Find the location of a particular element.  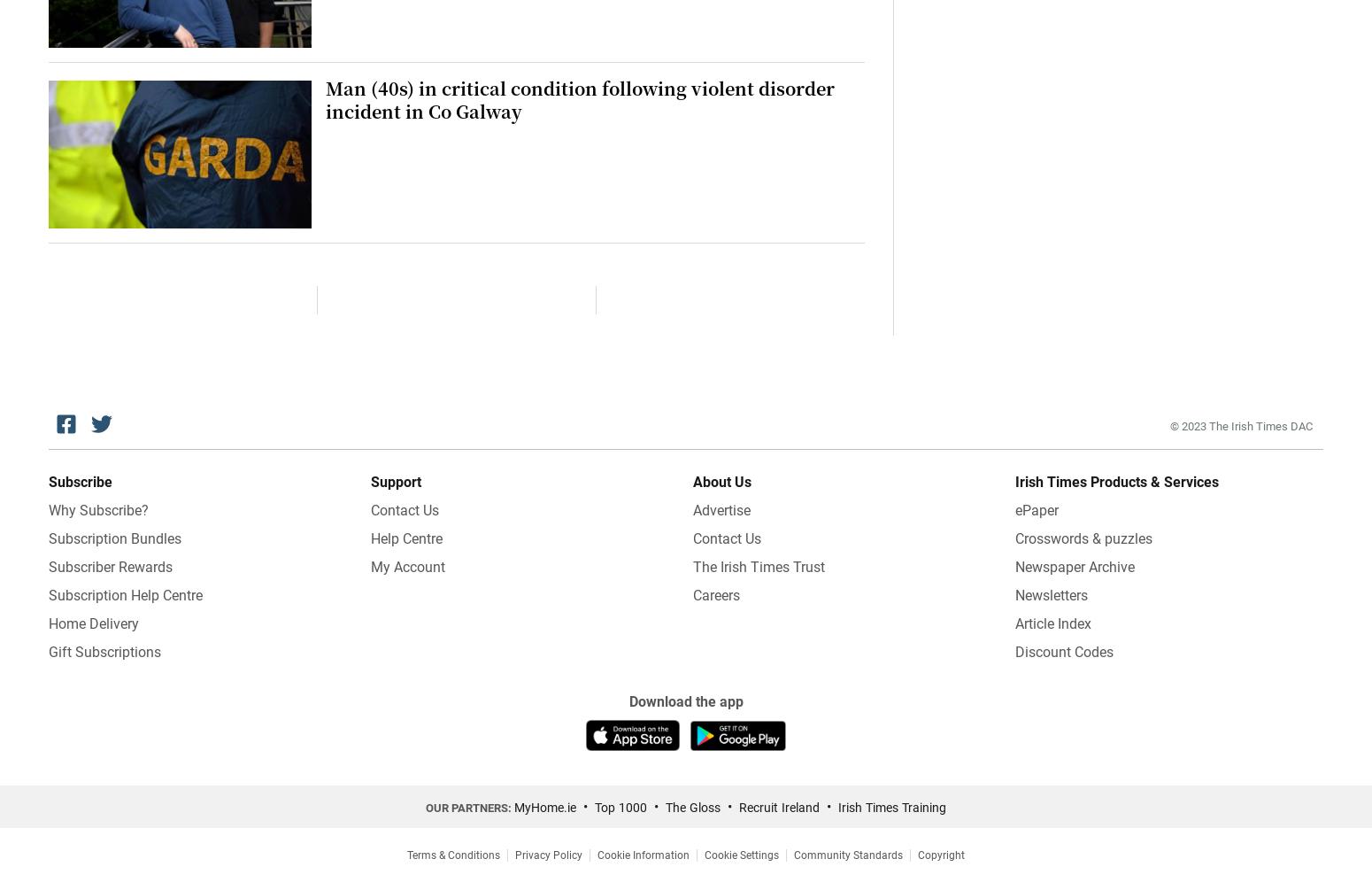

'My Account' is located at coordinates (407, 565).